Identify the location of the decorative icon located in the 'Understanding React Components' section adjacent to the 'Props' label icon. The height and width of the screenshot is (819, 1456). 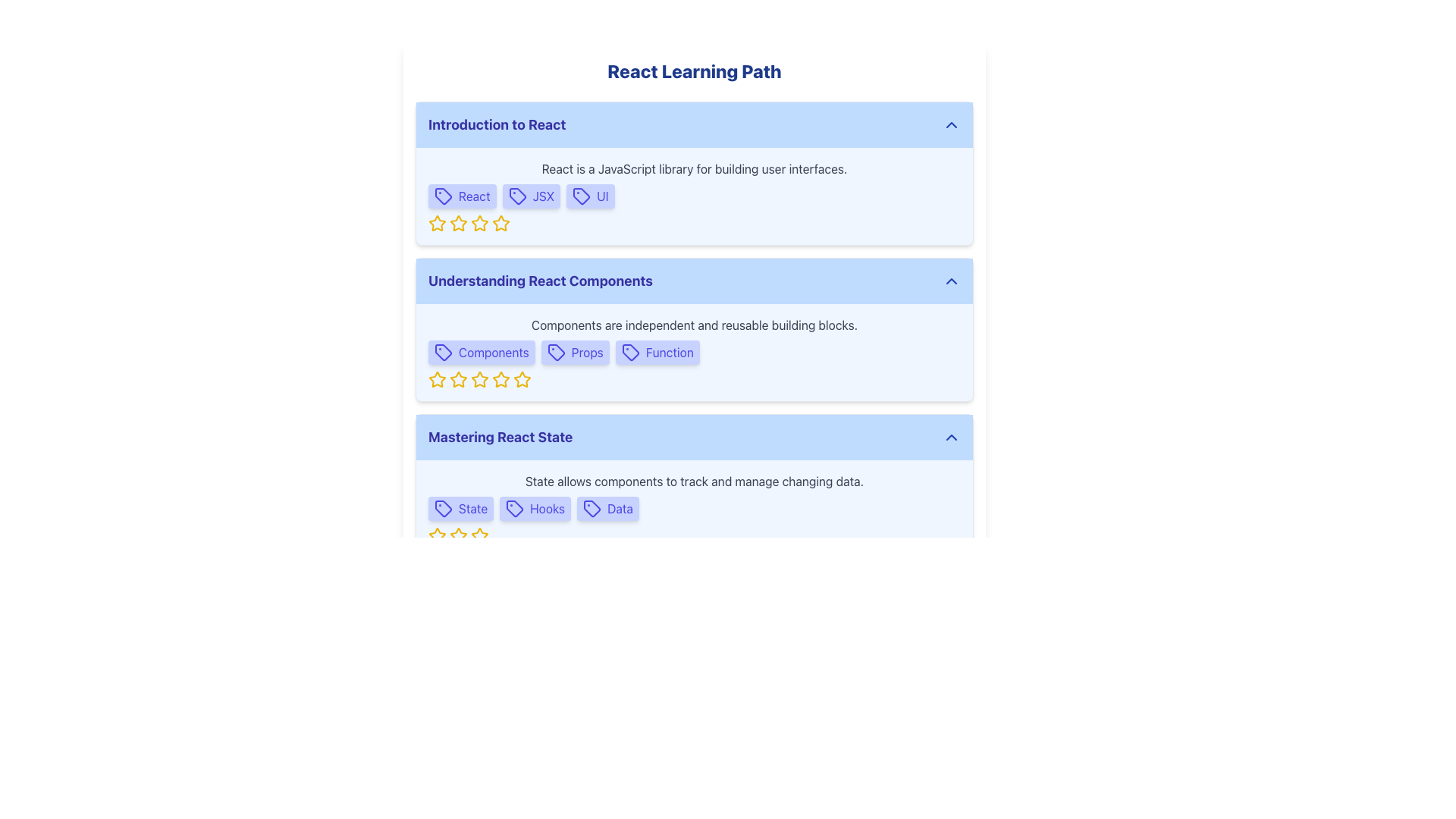
(555, 353).